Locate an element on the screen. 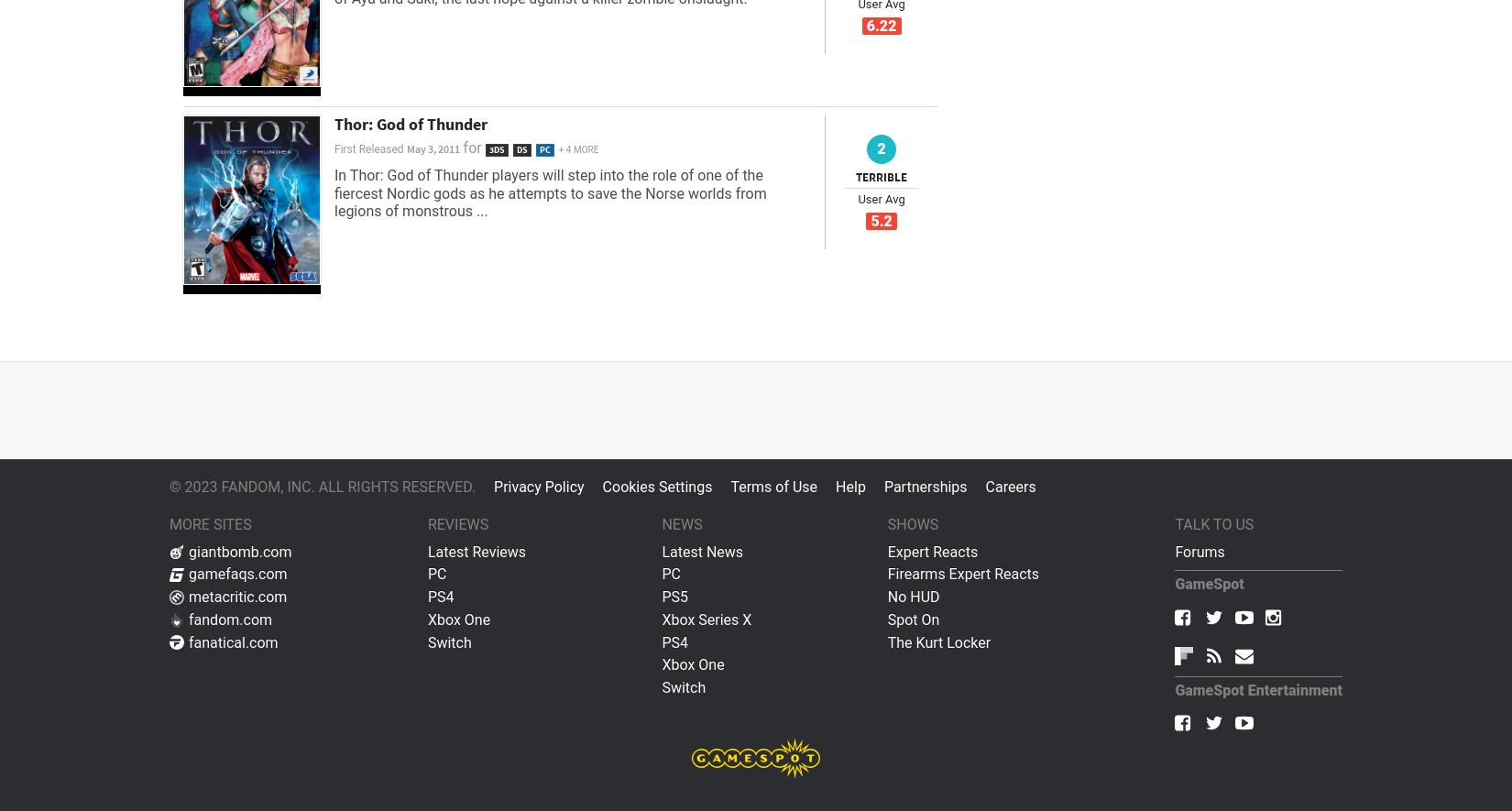  '© 2023 FANDOM, INC. ALL RIGHTS RESERVED.' is located at coordinates (322, 486).